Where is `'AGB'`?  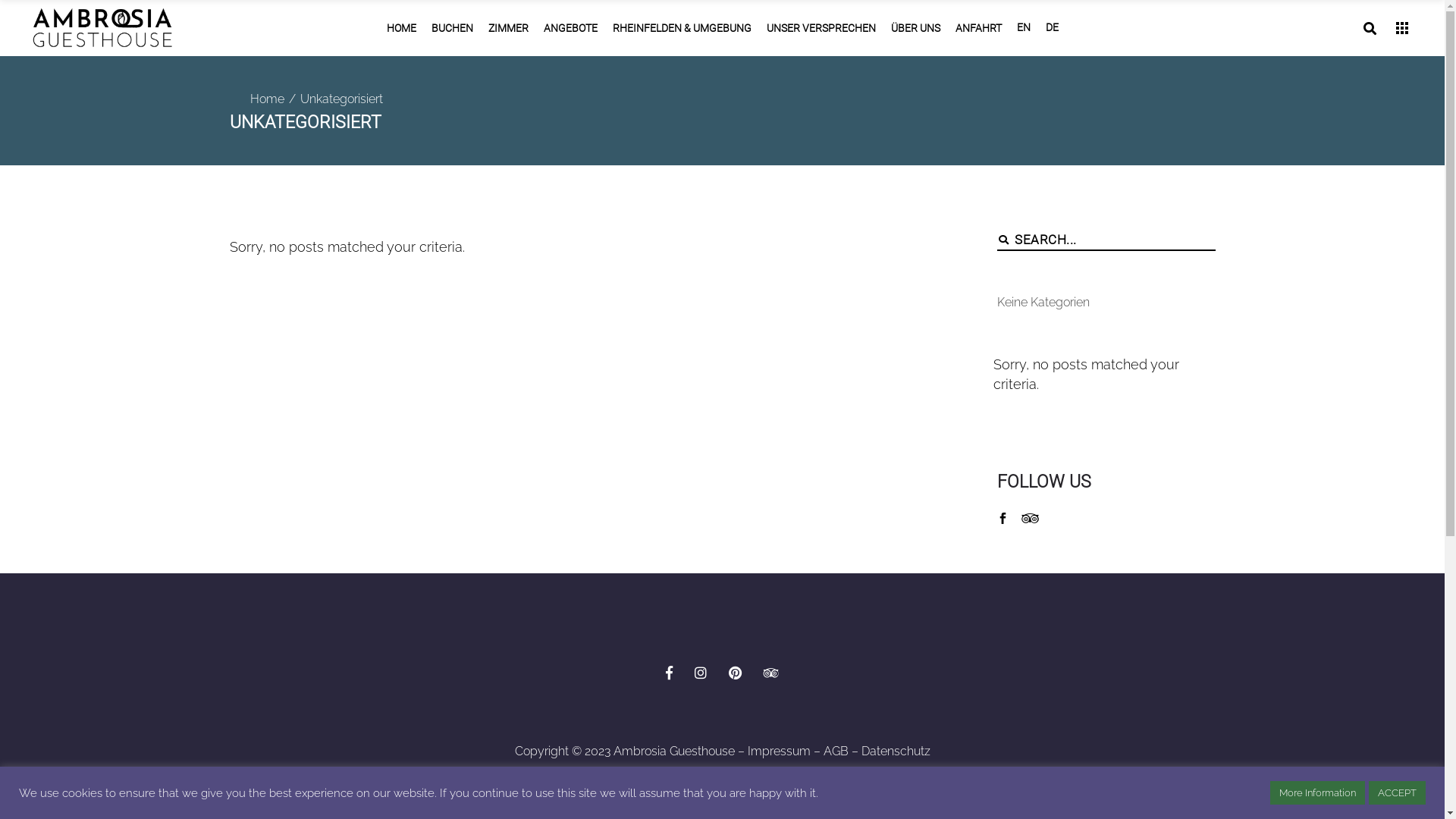
'AGB' is located at coordinates (835, 751).